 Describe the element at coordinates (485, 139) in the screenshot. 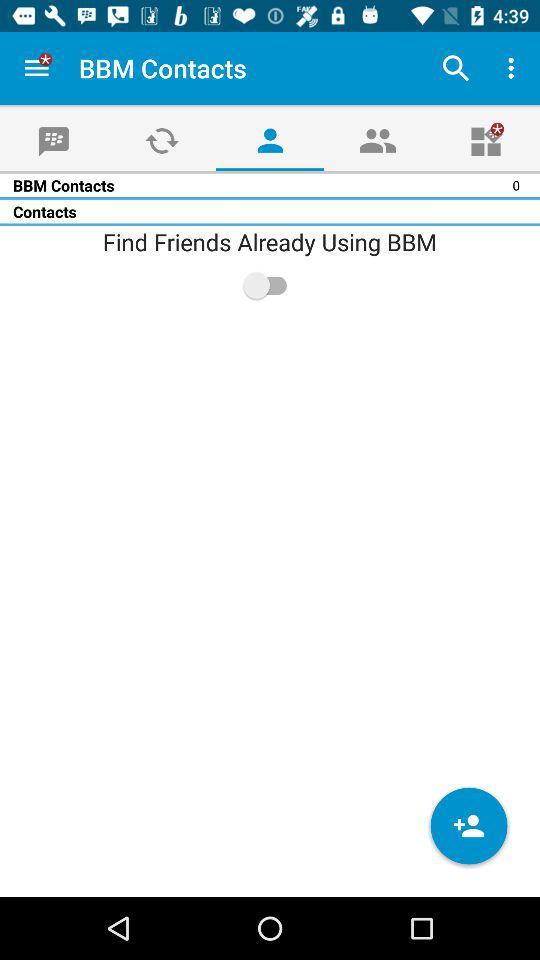

I see `the gift icon` at that location.